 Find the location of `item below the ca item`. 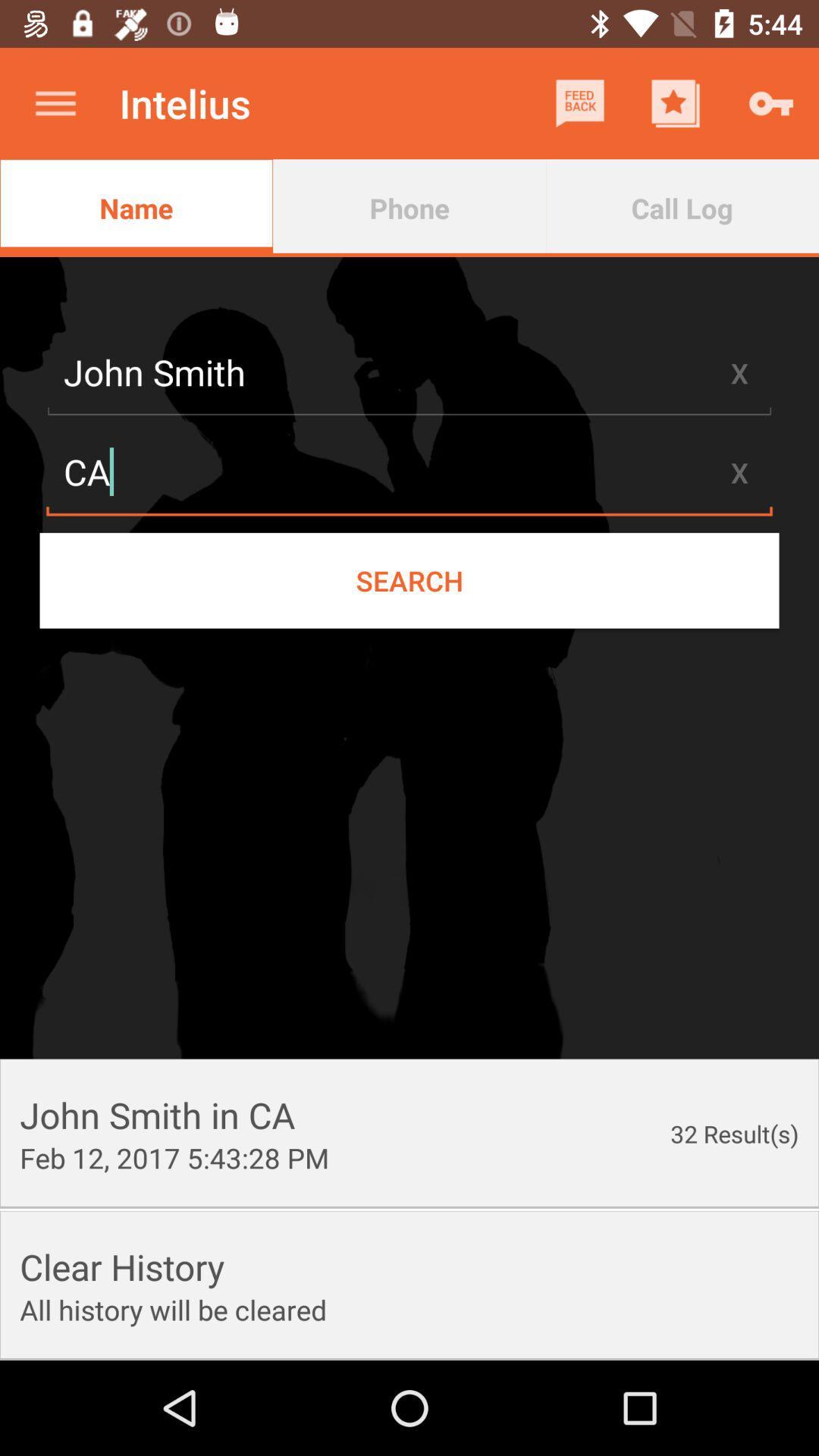

item below the ca item is located at coordinates (409, 579).